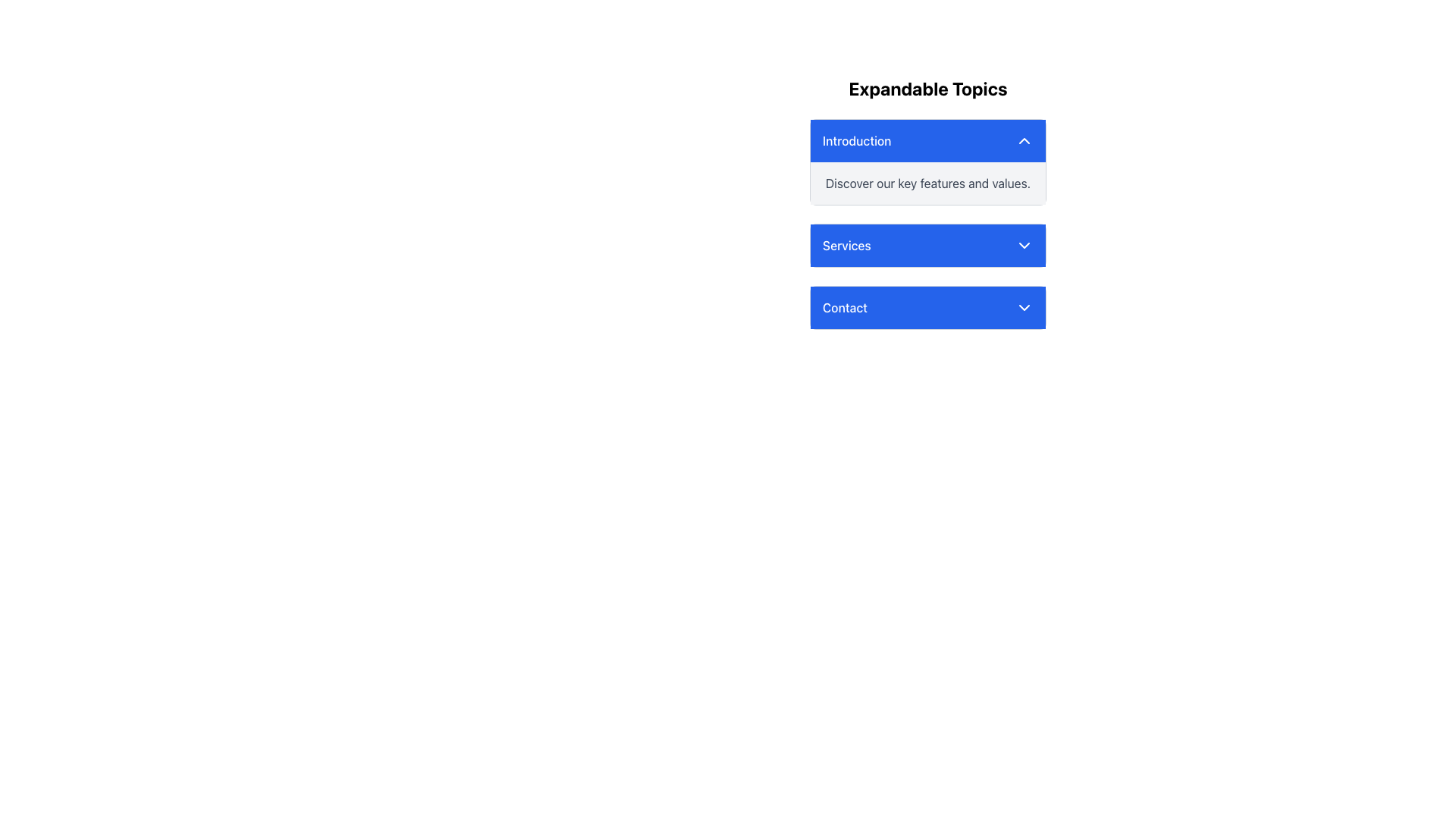 Image resolution: width=1456 pixels, height=819 pixels. I want to click on the 'Contact' text label, which is displayed in white font on a blue background and is part of a header structure that includes a downward-pointing arrow icon on its right, so click(844, 307).